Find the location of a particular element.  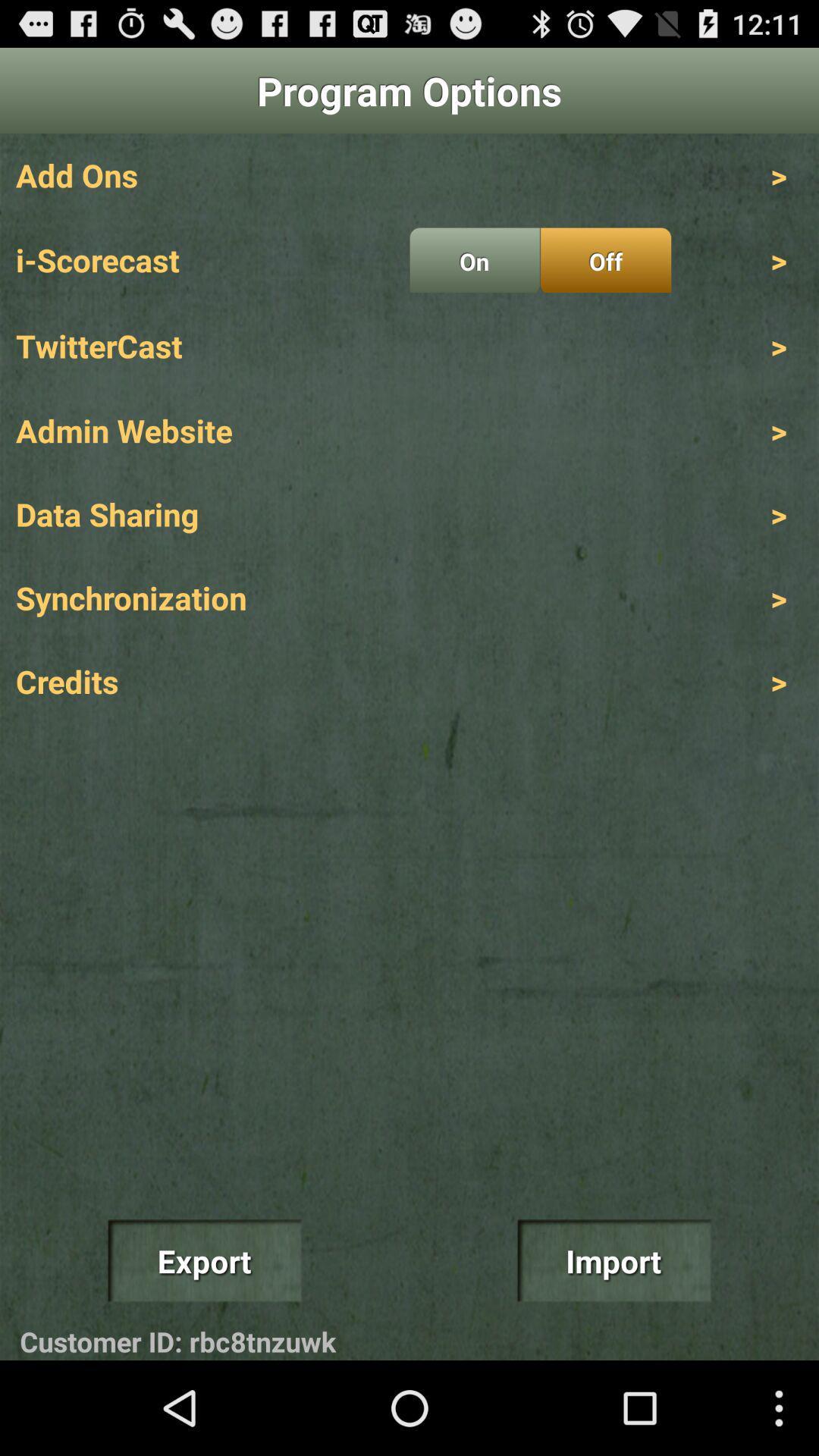

on item is located at coordinates (474, 260).